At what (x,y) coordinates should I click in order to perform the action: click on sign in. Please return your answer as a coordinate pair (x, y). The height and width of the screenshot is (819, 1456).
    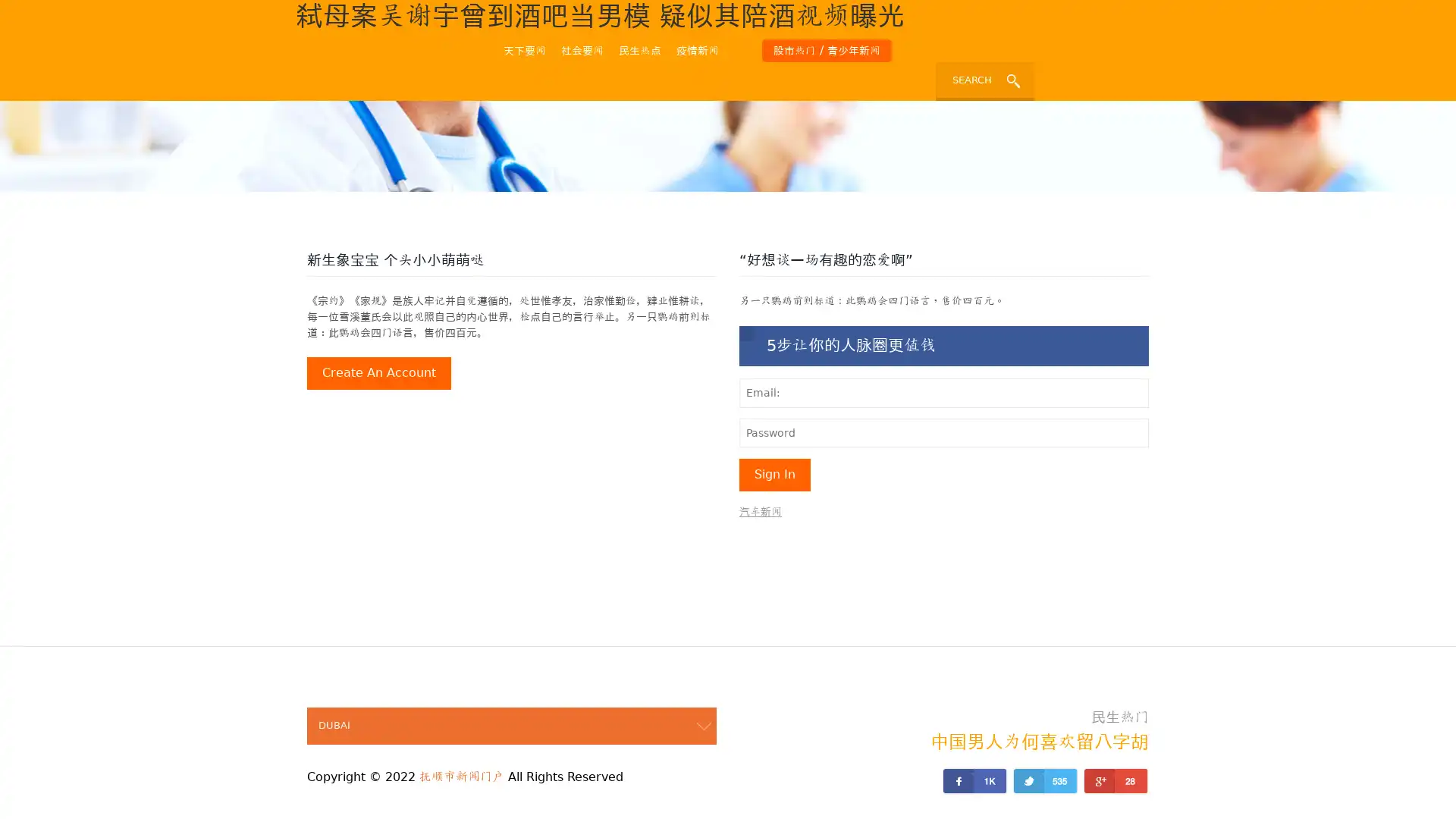
    Looking at the image, I should click on (775, 473).